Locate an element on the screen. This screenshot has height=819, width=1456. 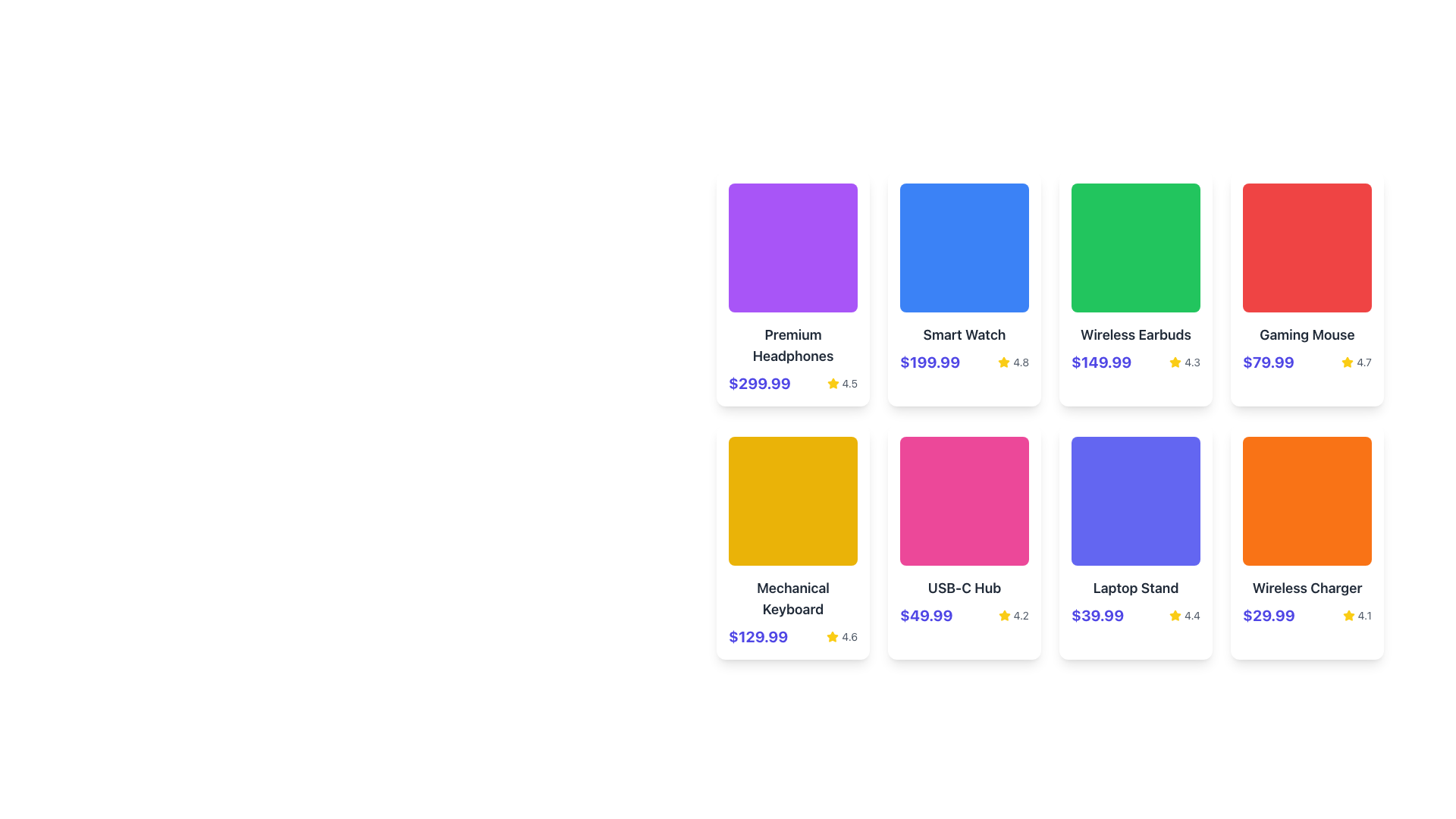
the static text displaying user ratings, which is located in the bottom-right area of the card component next to the star icon is located at coordinates (849, 382).